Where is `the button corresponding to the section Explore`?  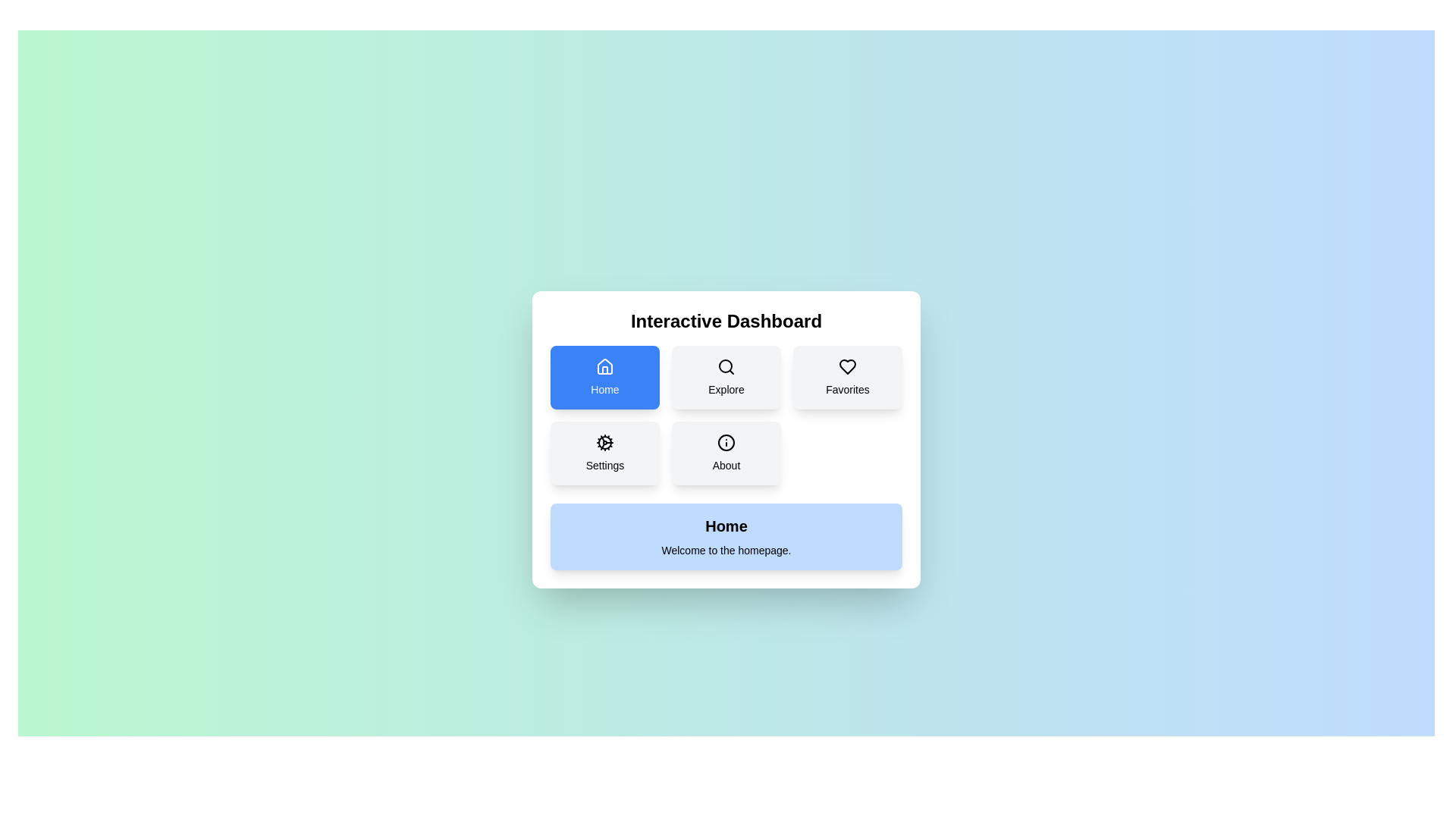 the button corresponding to the section Explore is located at coordinates (726, 376).